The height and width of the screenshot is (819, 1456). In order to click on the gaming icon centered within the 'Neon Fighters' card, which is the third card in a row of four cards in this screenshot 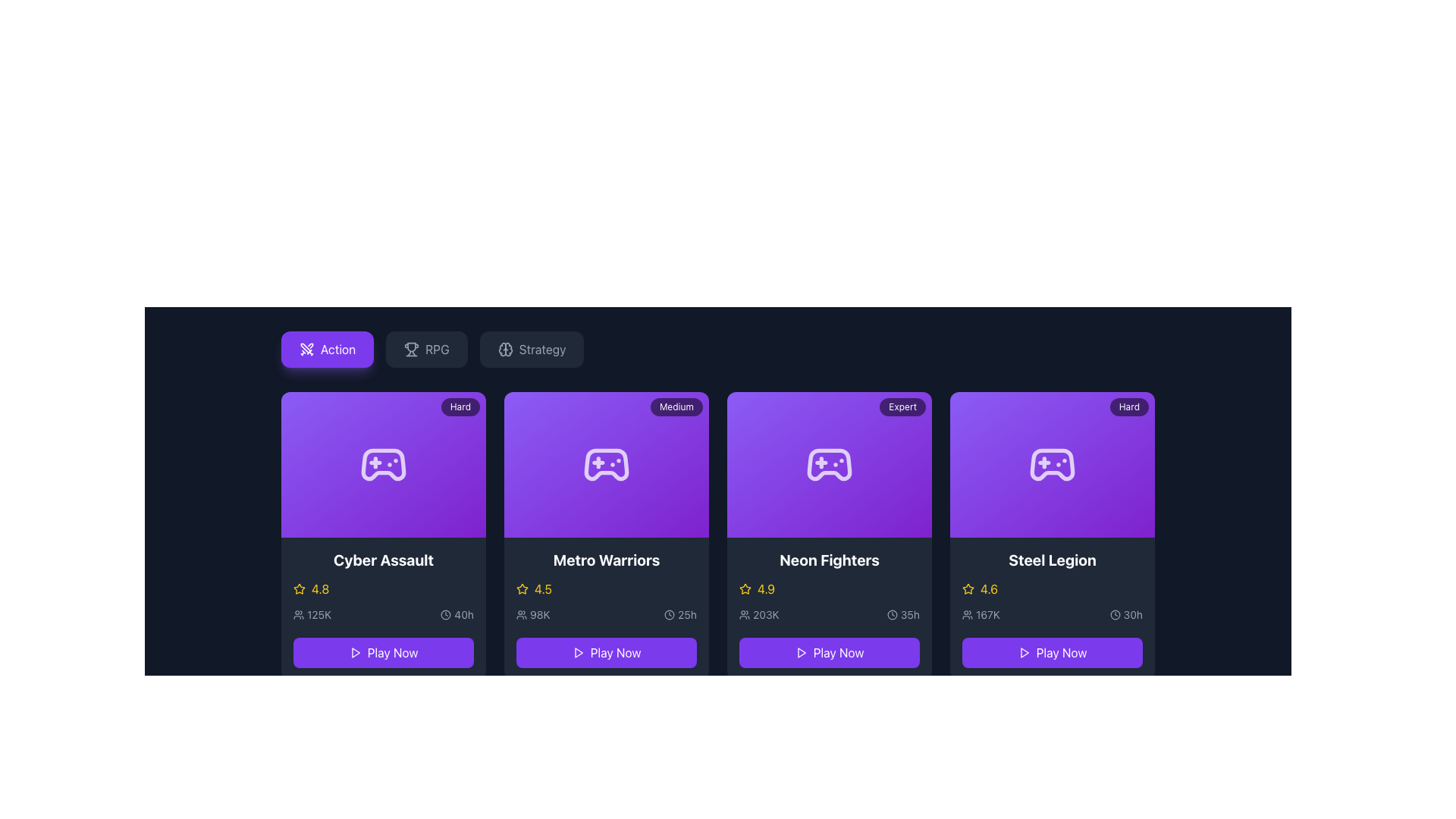, I will do `click(829, 464)`.